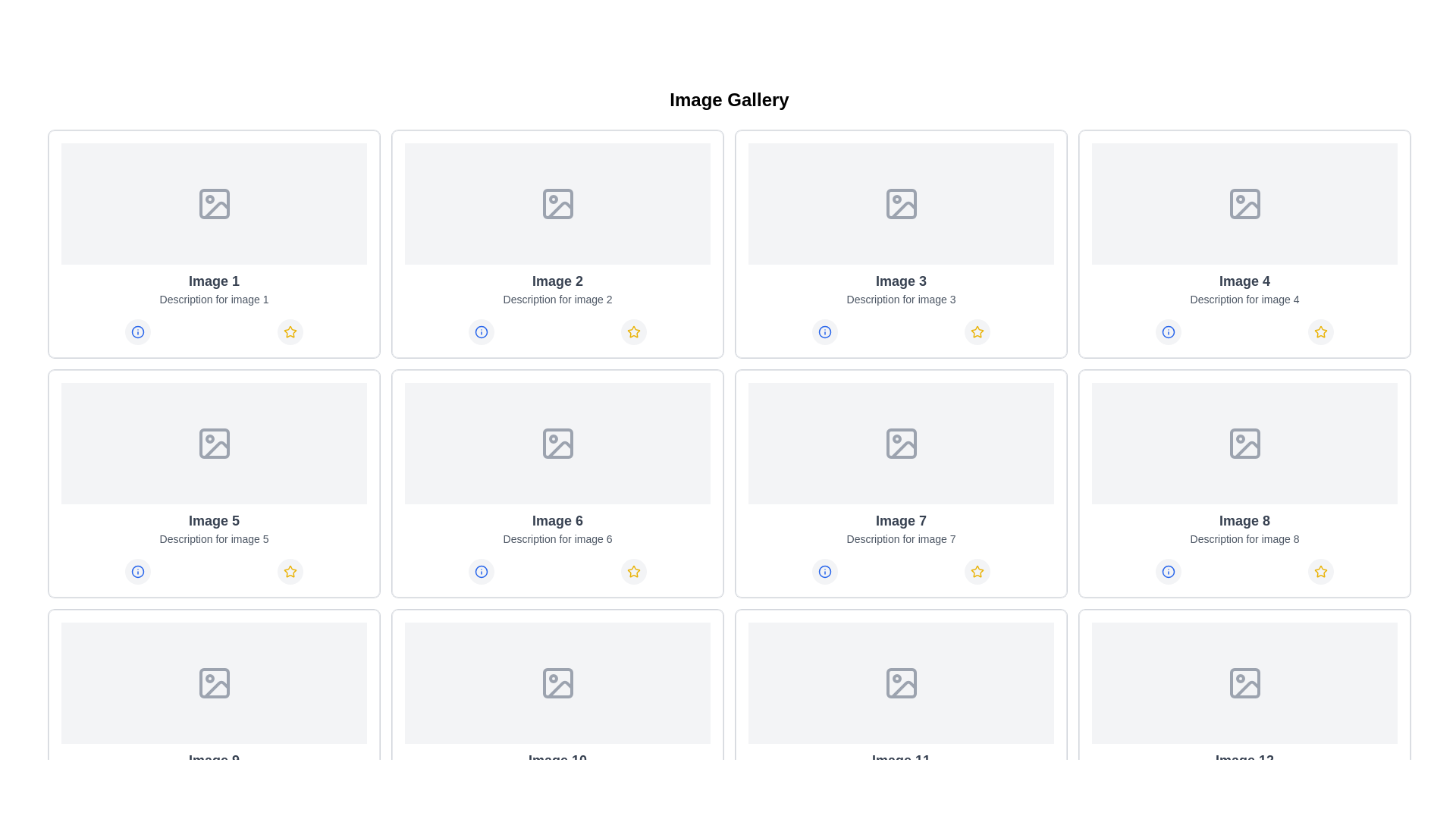 The image size is (1456, 819). Describe the element at coordinates (557, 483) in the screenshot. I see `to select the Card titled 'Image 6', which is located in the second row and second column of the grid layout` at that location.